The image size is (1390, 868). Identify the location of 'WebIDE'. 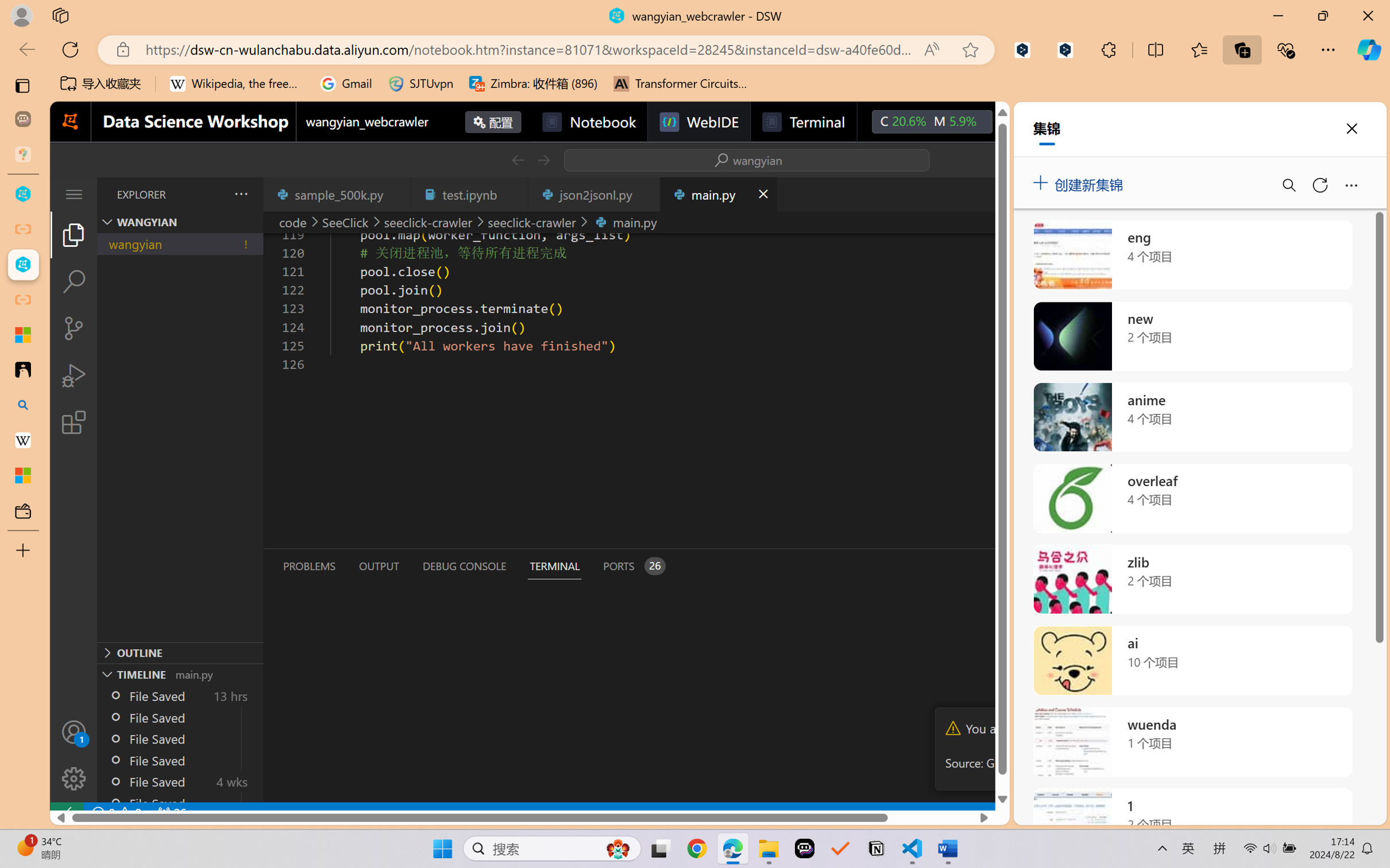
(698, 121).